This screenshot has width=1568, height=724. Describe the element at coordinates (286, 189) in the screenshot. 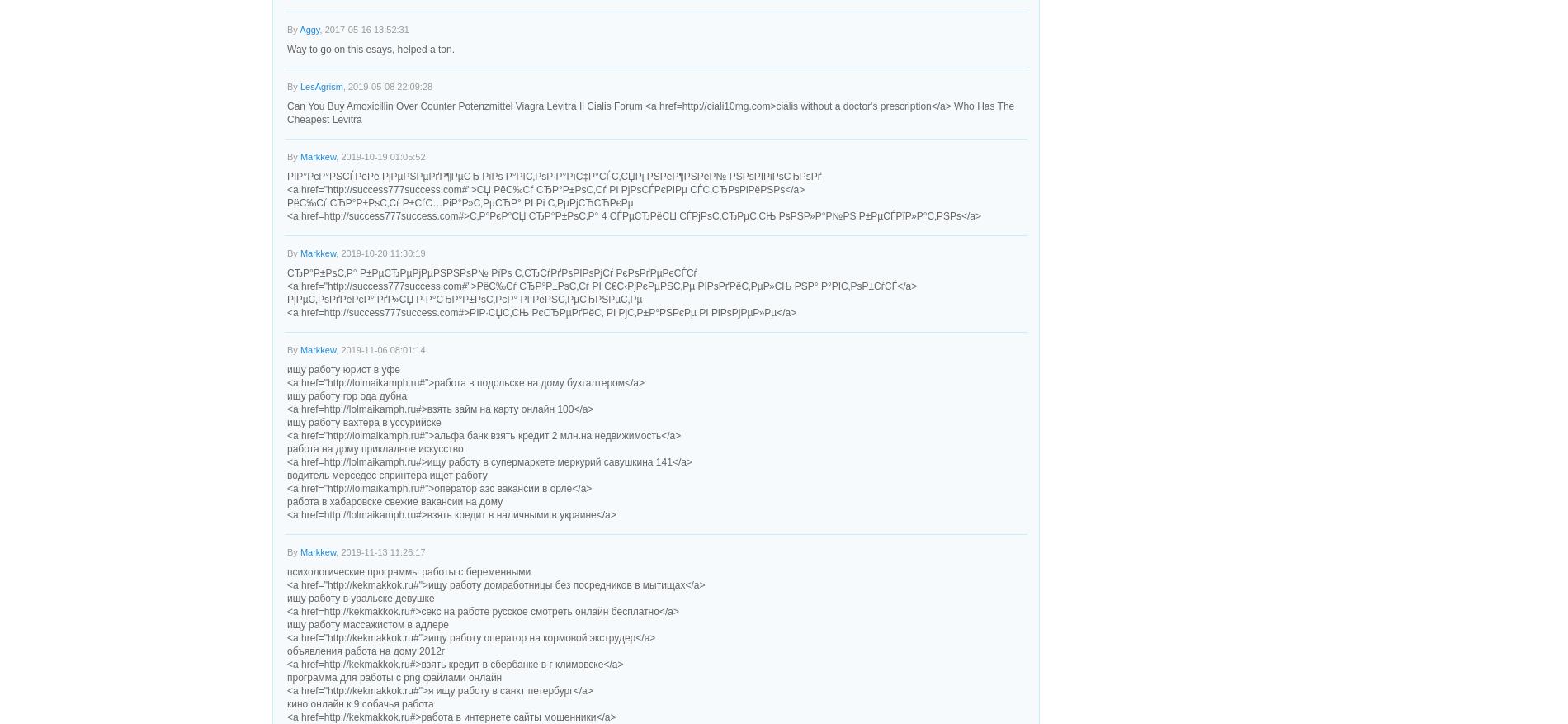

I see `'<a href="http://success777success.com#">СЏ РёС‰Сѓ СЂР°Р±РѕС‚Сѓ РІ РјРѕСЃРєРІРµ СЃС‚СЂРѕРіРёРЅРѕ</a>'` at that location.